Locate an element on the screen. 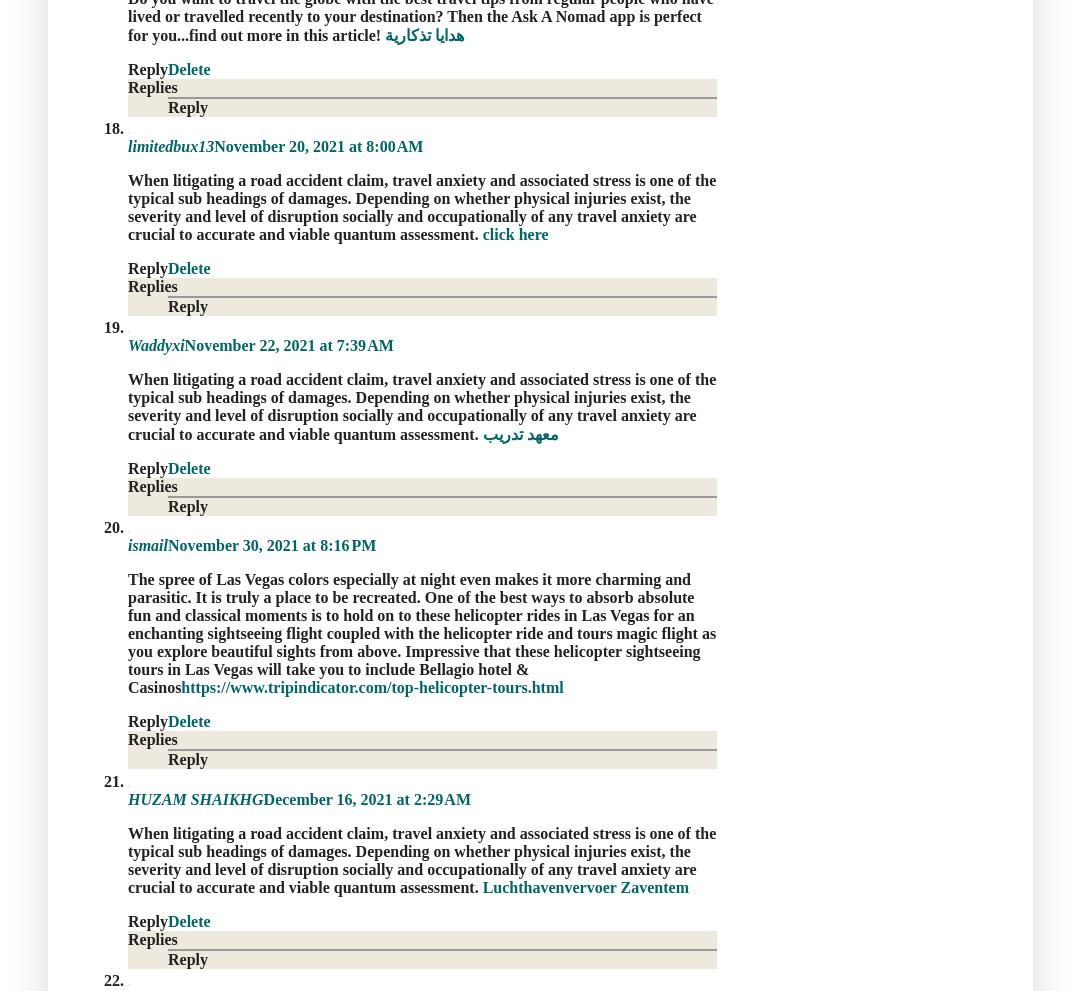  'December 16, 2021 at 2:29 AM' is located at coordinates (365, 798).